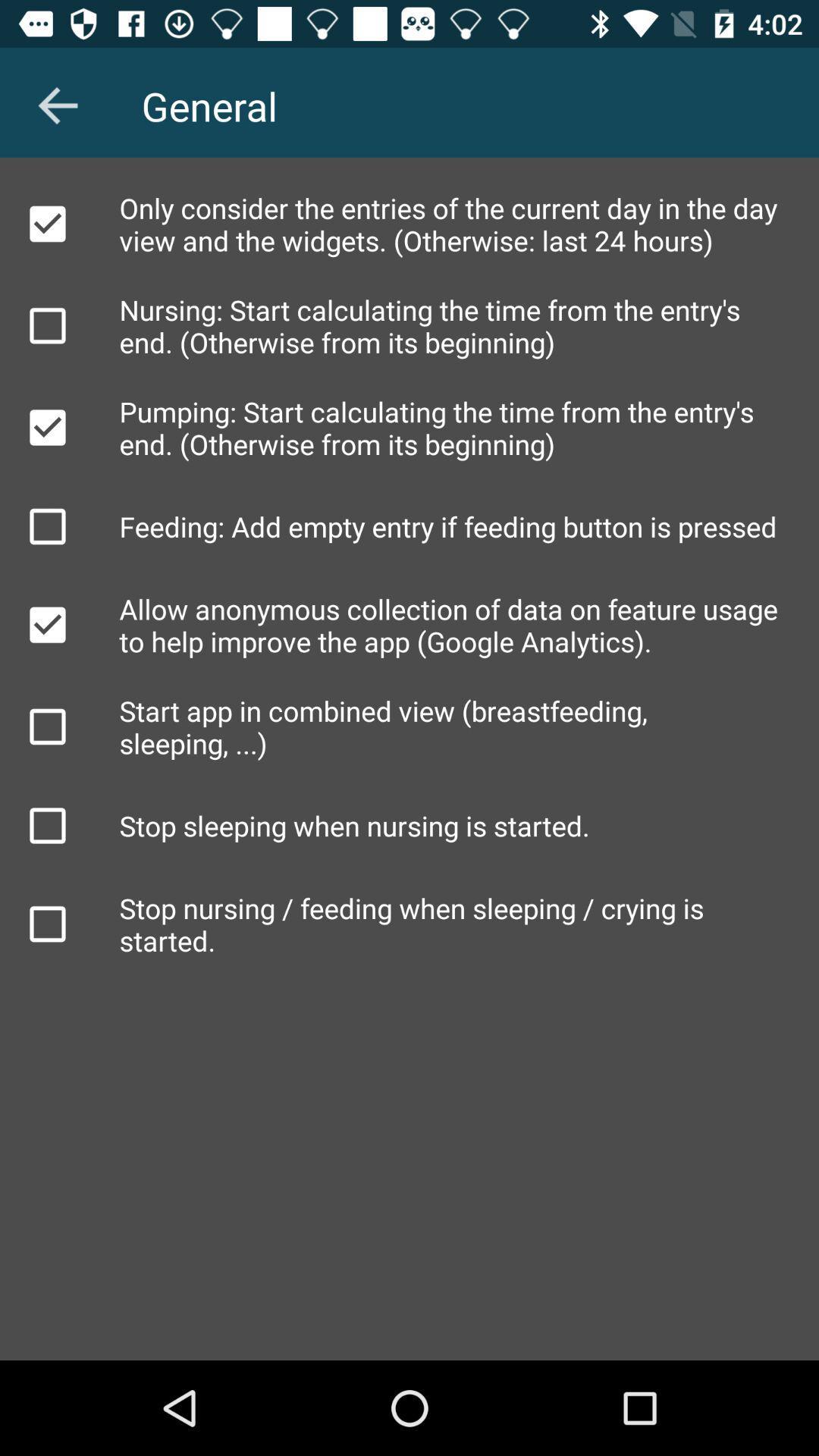 The width and height of the screenshot is (819, 1456). Describe the element at coordinates (46, 625) in the screenshot. I see `box` at that location.